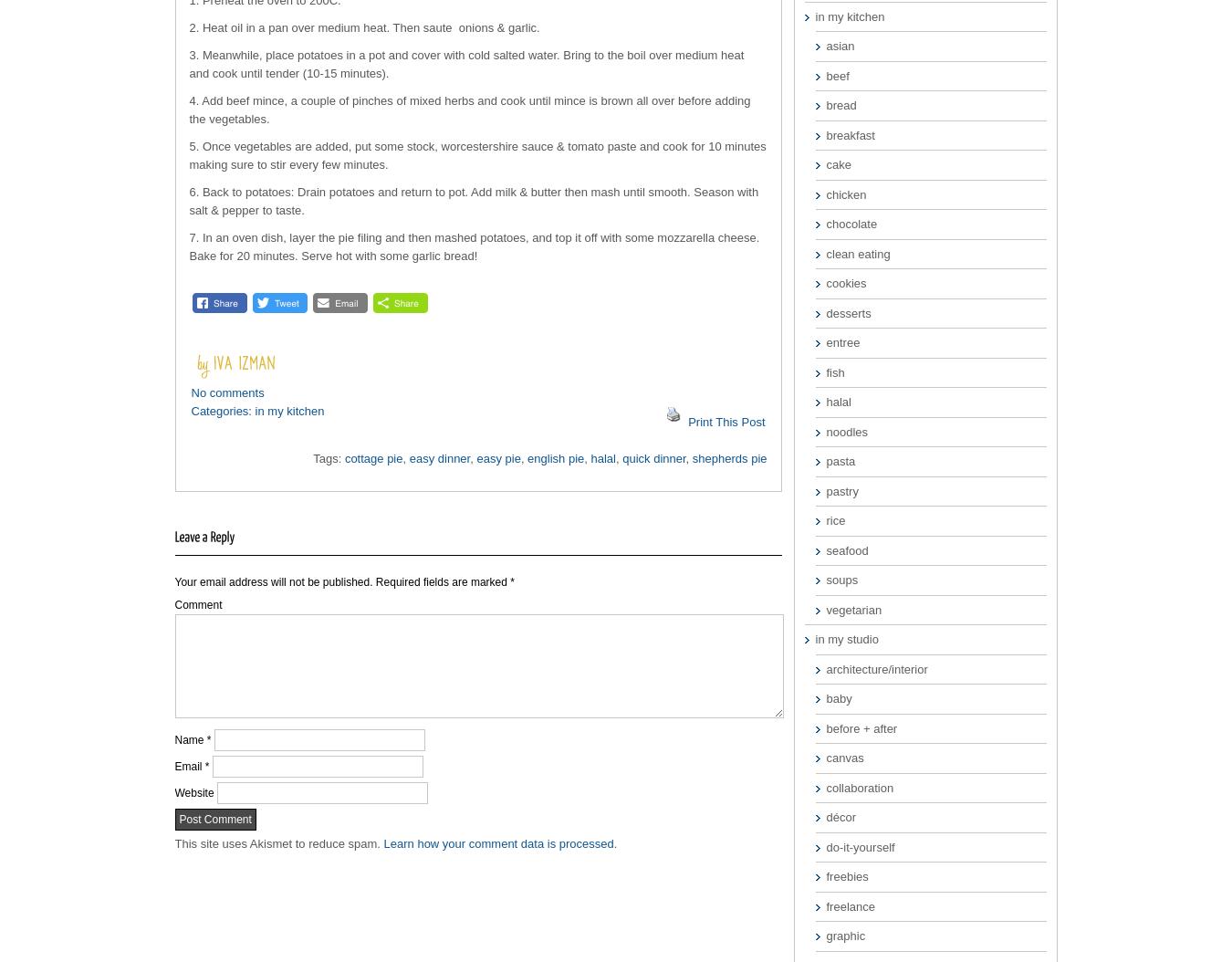  Describe the element at coordinates (841, 341) in the screenshot. I see `'entree'` at that location.